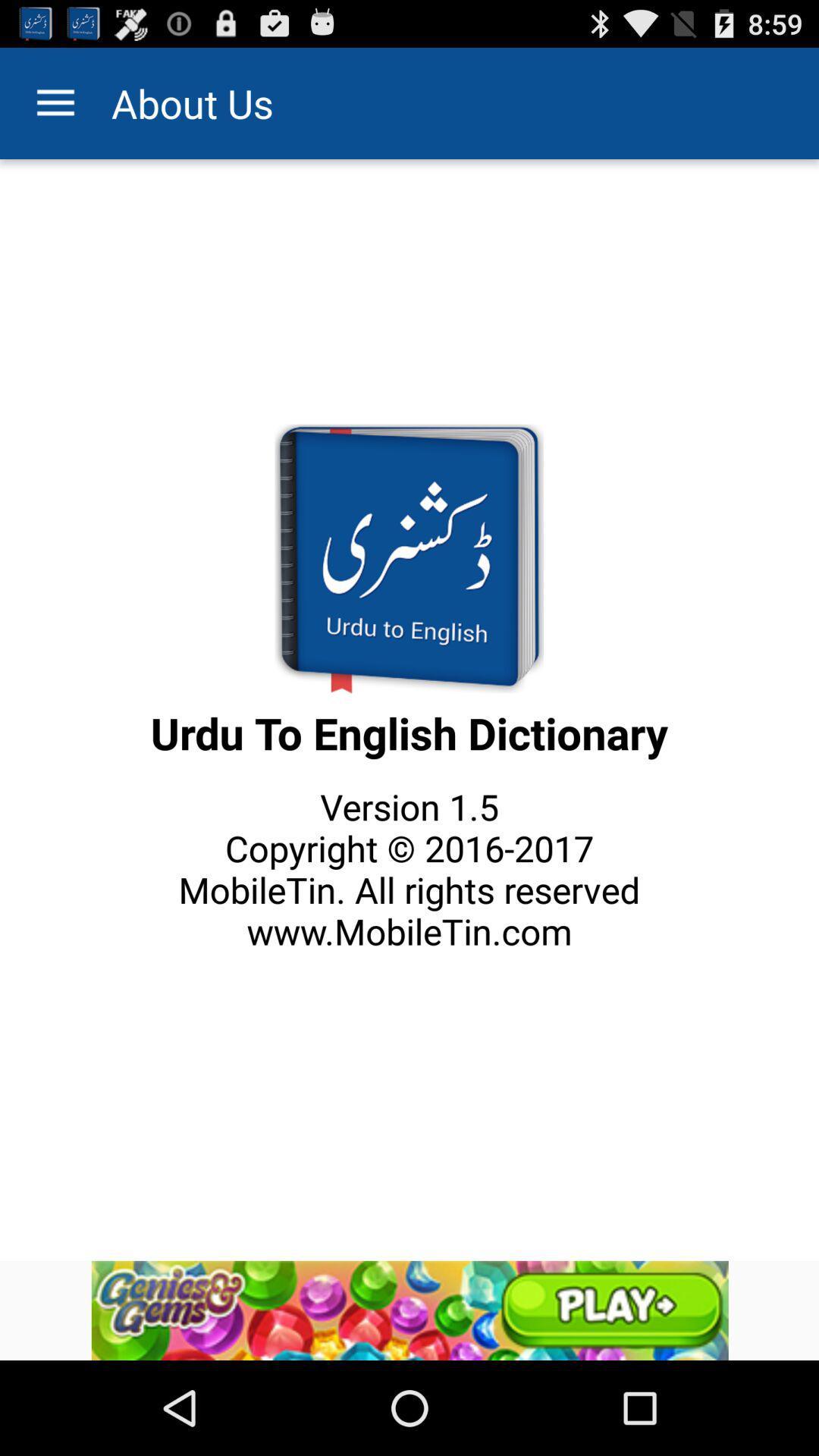 The height and width of the screenshot is (1456, 819). Describe the element at coordinates (409, 1310) in the screenshot. I see `advertisement banner` at that location.